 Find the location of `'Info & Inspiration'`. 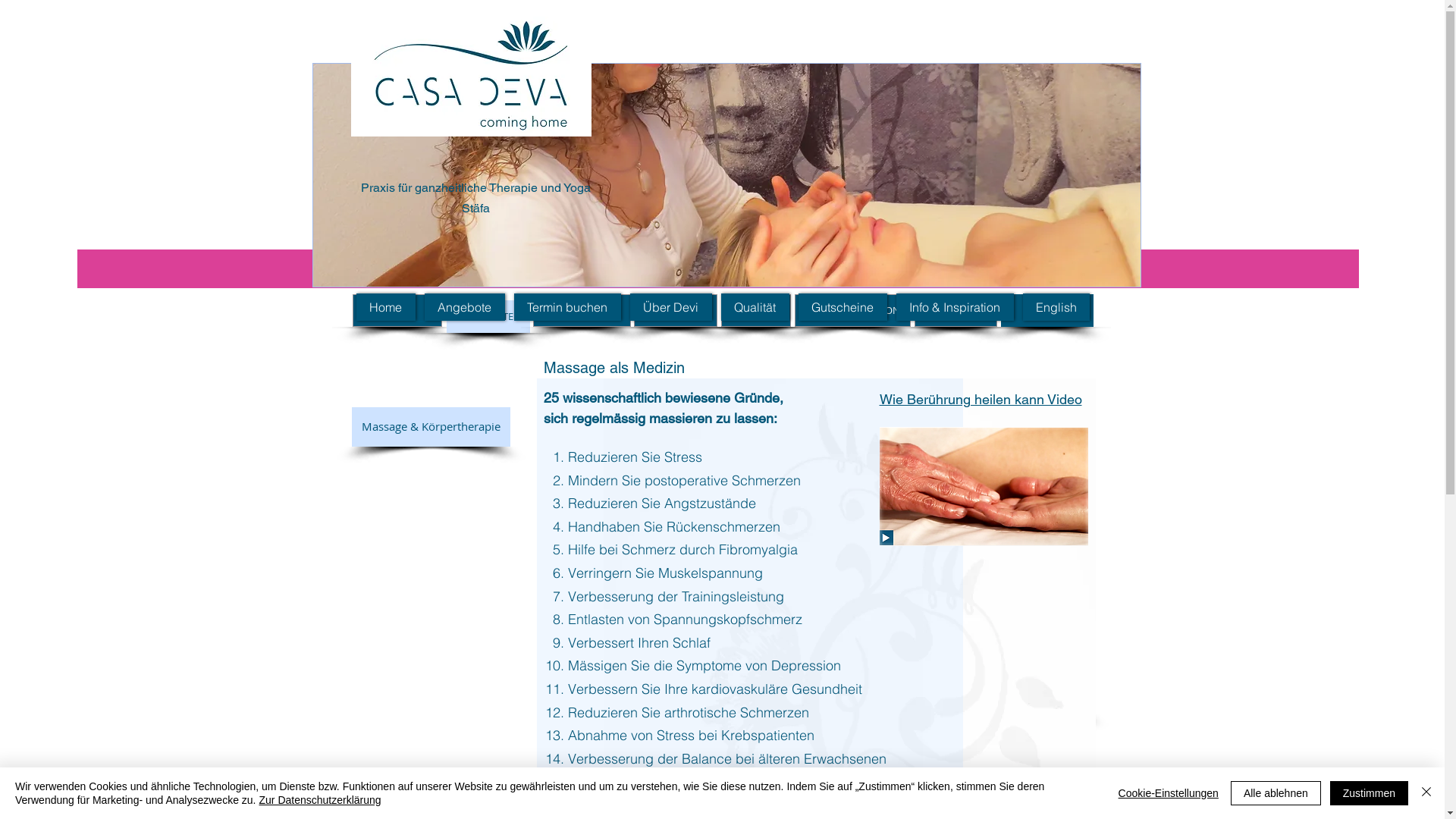

'Info & Inspiration' is located at coordinates (954, 307).